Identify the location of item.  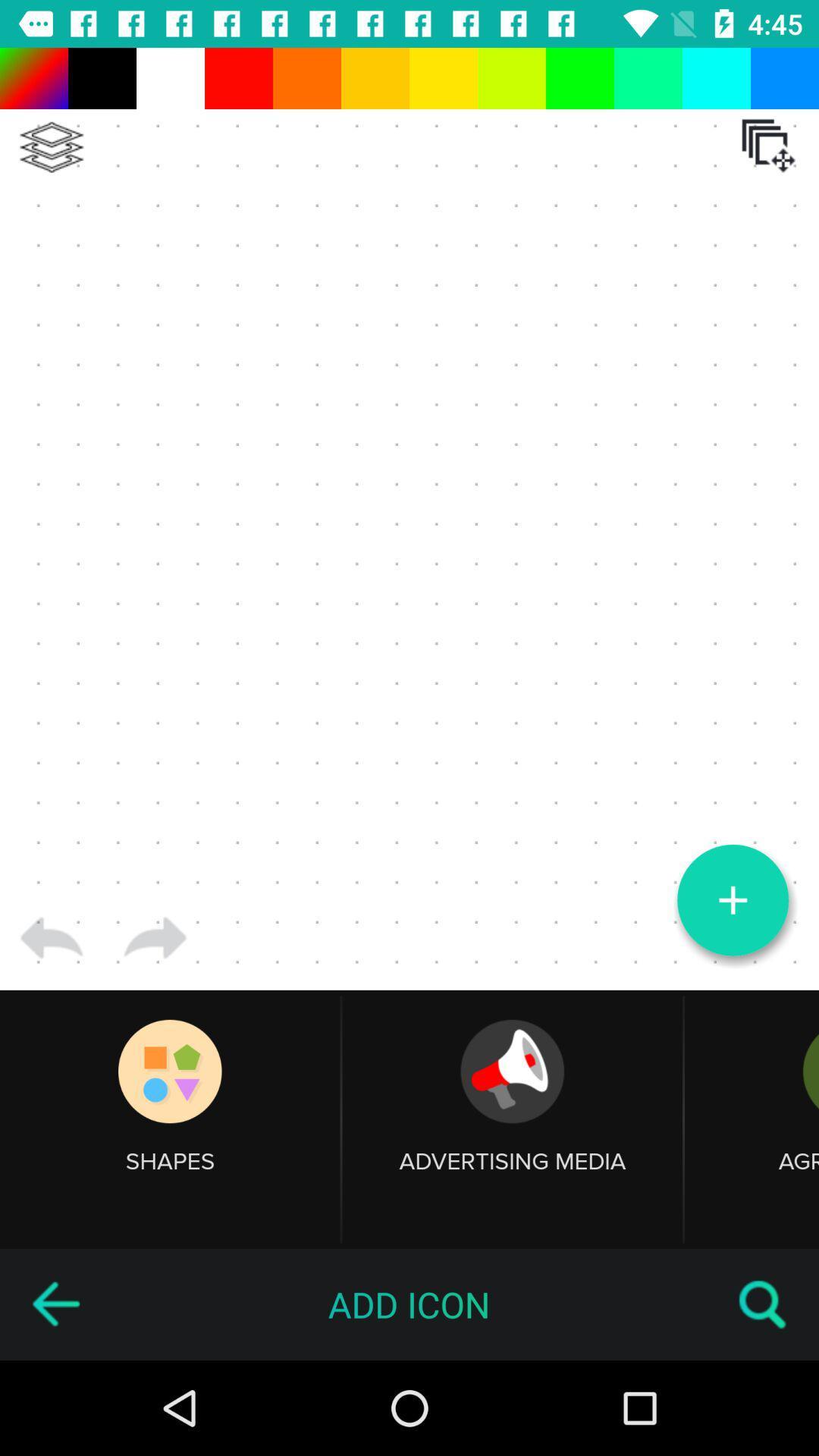
(732, 900).